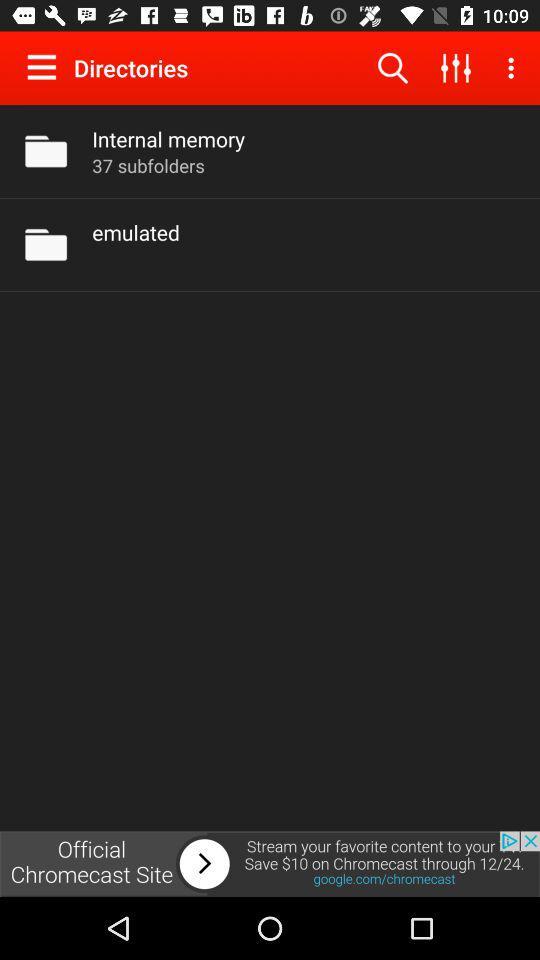  Describe the element at coordinates (46, 67) in the screenshot. I see `open menu option` at that location.